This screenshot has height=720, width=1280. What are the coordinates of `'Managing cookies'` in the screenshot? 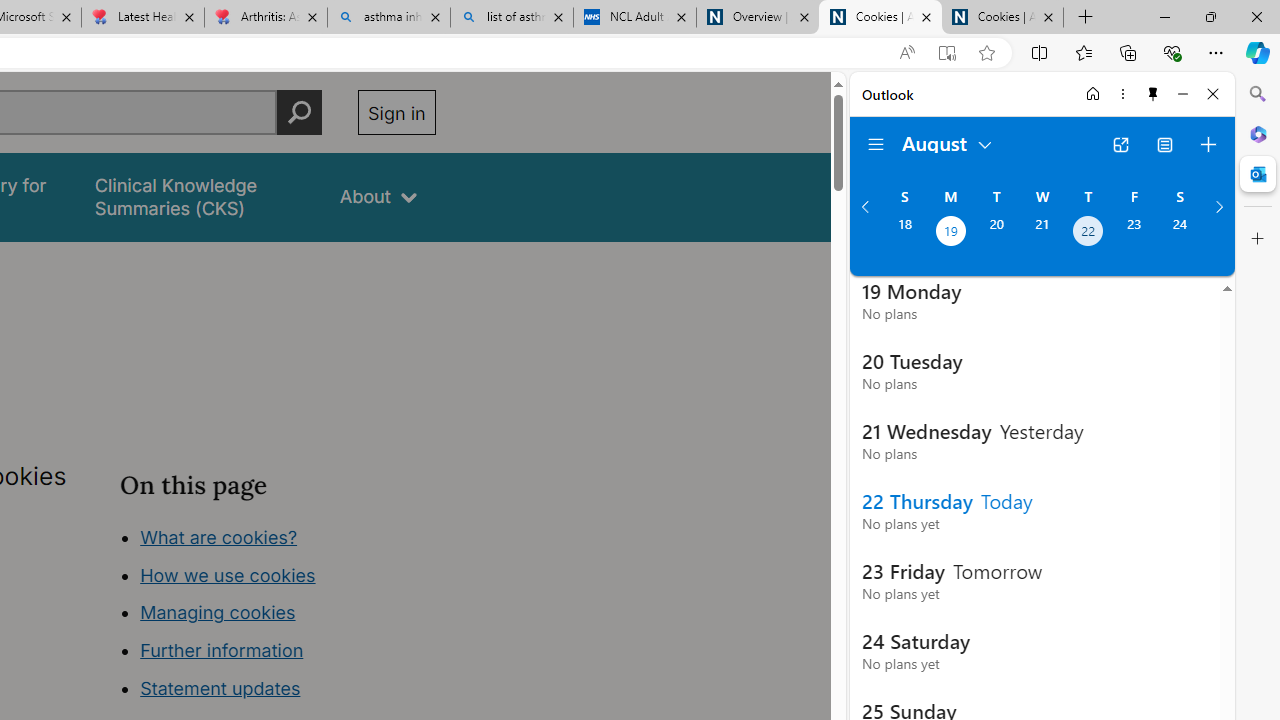 It's located at (217, 612).